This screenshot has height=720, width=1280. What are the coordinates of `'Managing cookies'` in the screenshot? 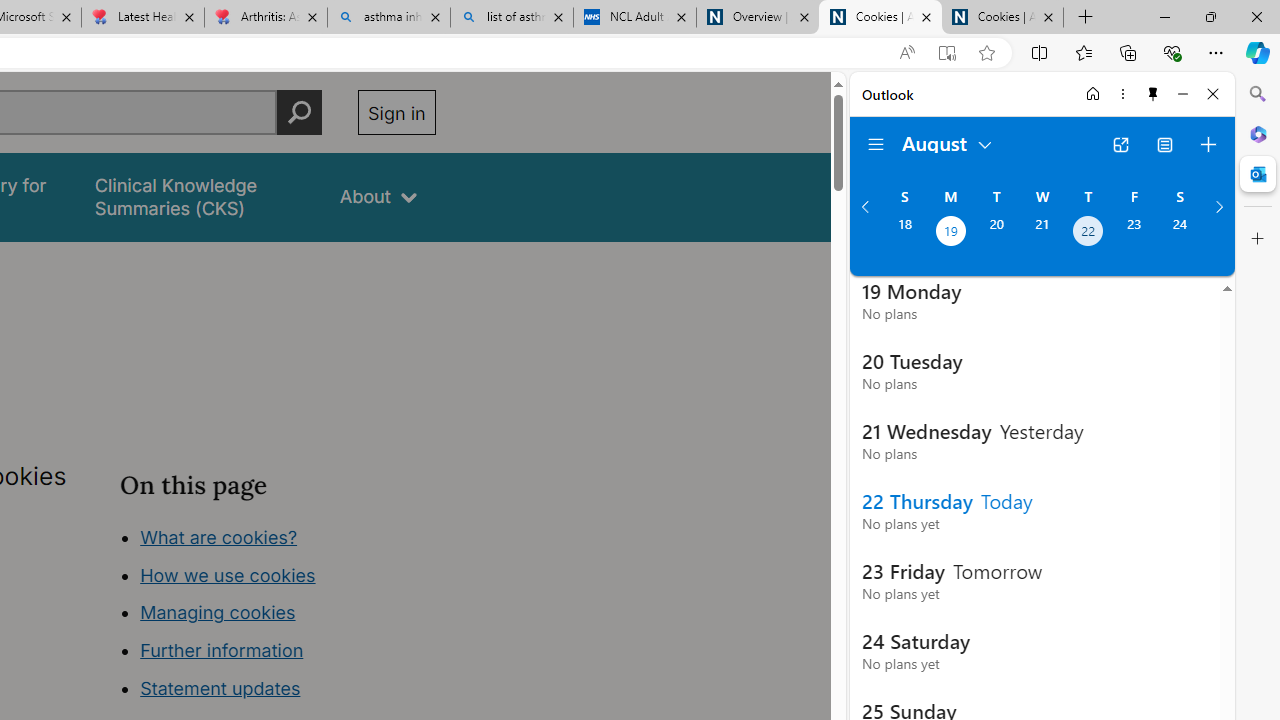 It's located at (217, 612).